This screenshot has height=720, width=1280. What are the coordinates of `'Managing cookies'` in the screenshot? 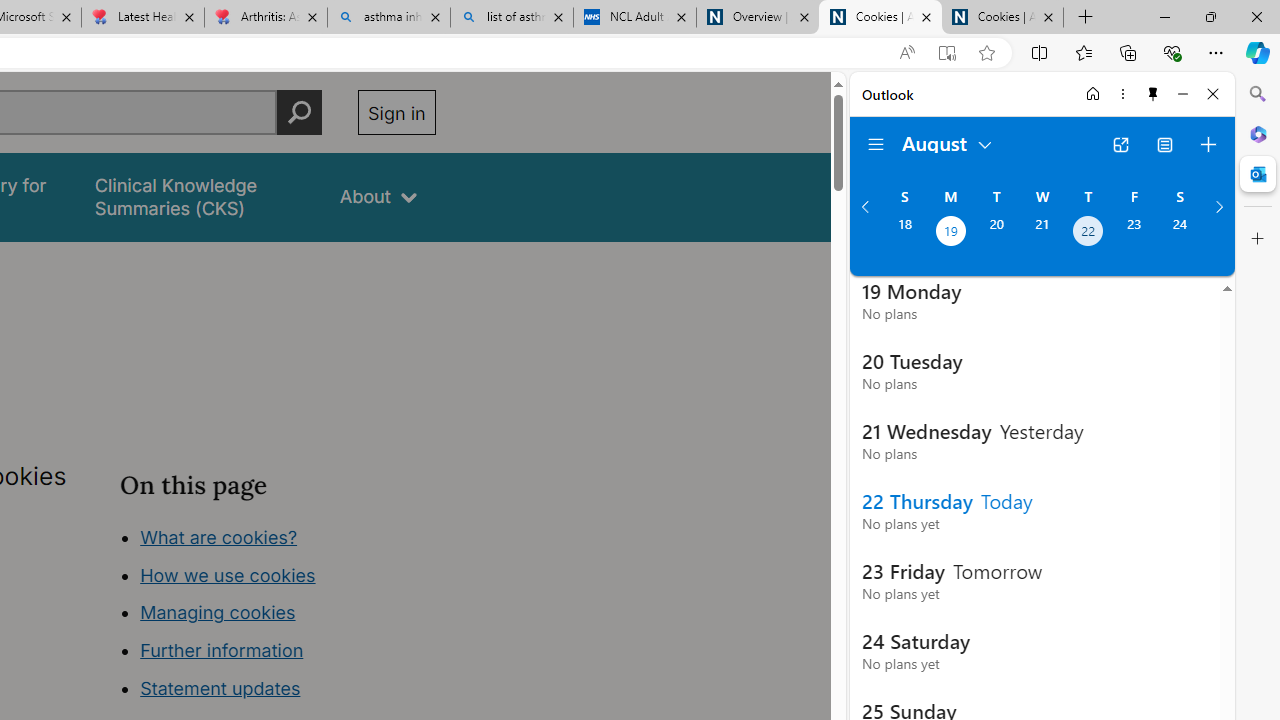 It's located at (217, 612).